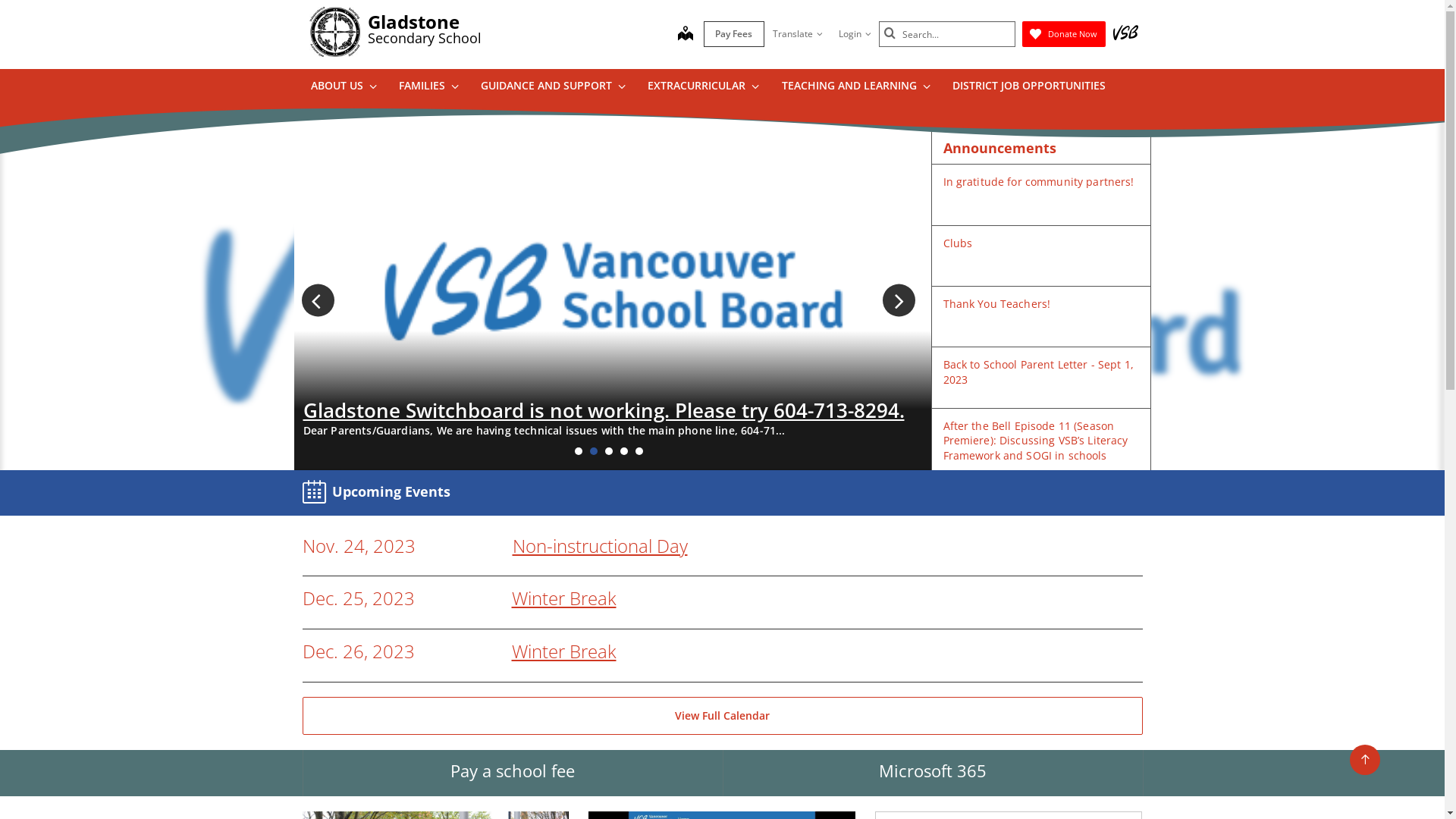  I want to click on 'Pay Fees', so click(734, 34).